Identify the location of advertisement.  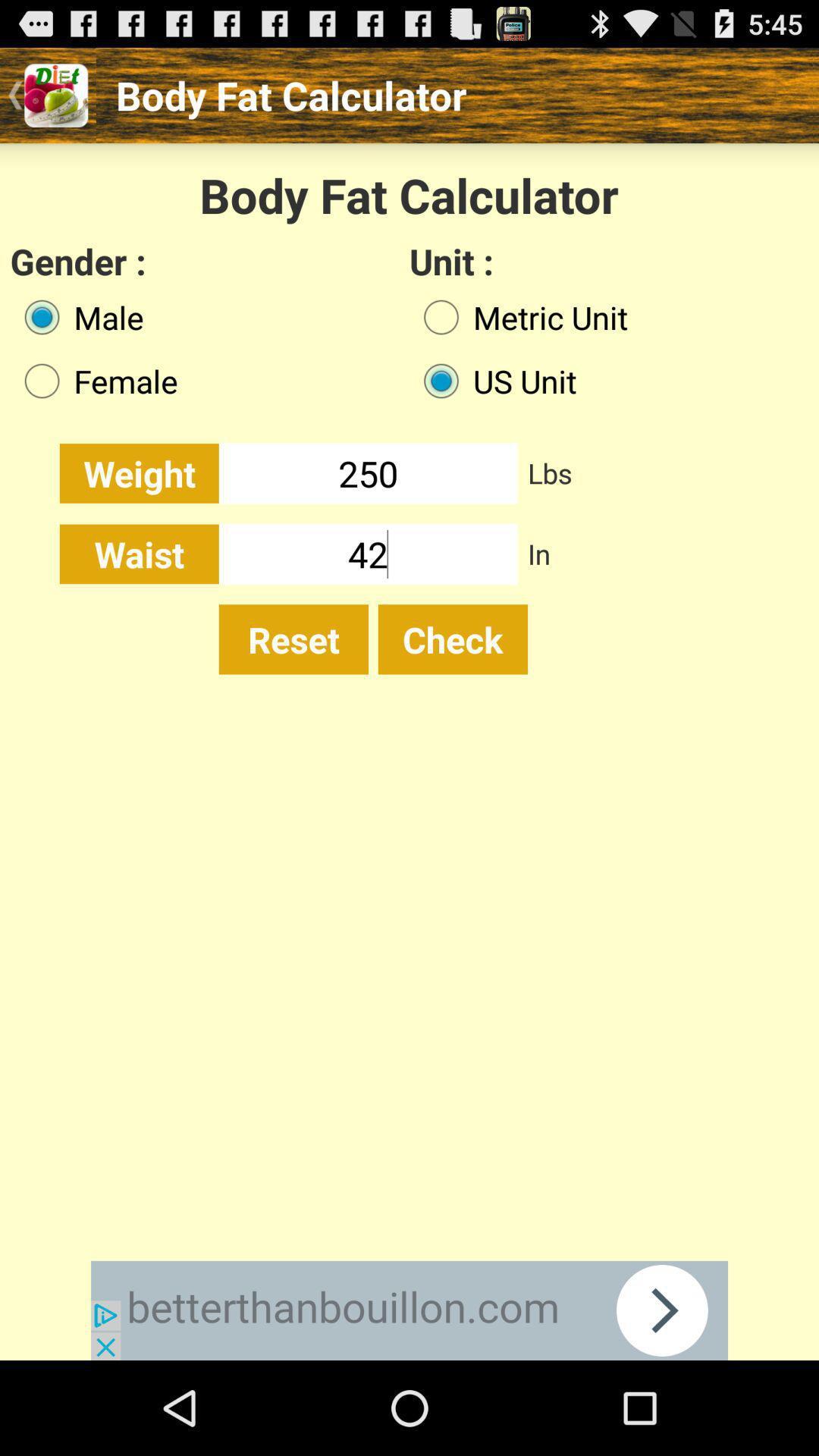
(409, 1310).